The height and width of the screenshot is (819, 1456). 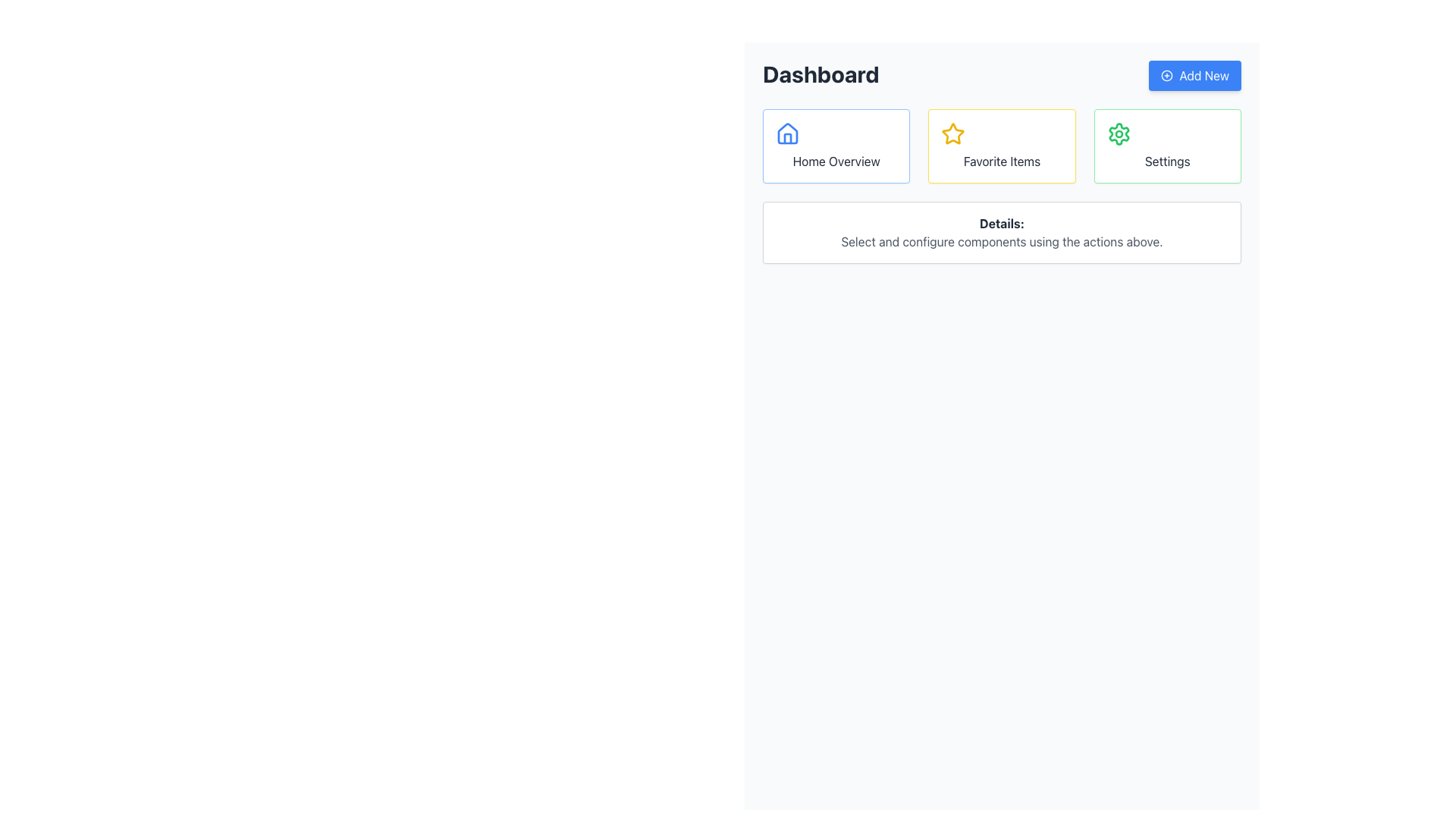 What do you see at coordinates (1119, 133) in the screenshot?
I see `the green gear icon located in the 'Settings' section, which is centered in the top section of the 'Settings' card above its label text` at bounding box center [1119, 133].